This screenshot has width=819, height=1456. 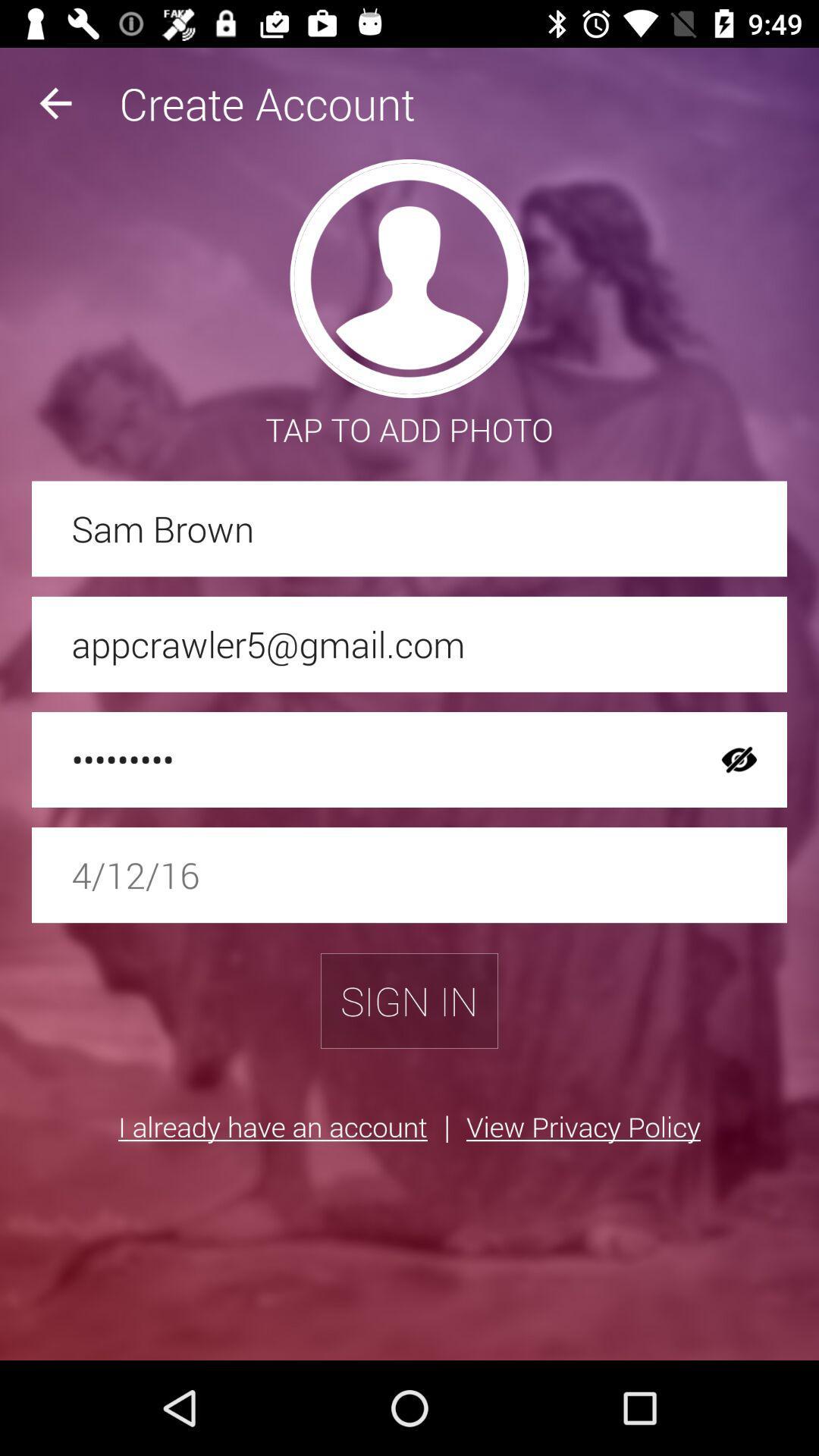 What do you see at coordinates (362, 760) in the screenshot?
I see `the crowd3116` at bounding box center [362, 760].